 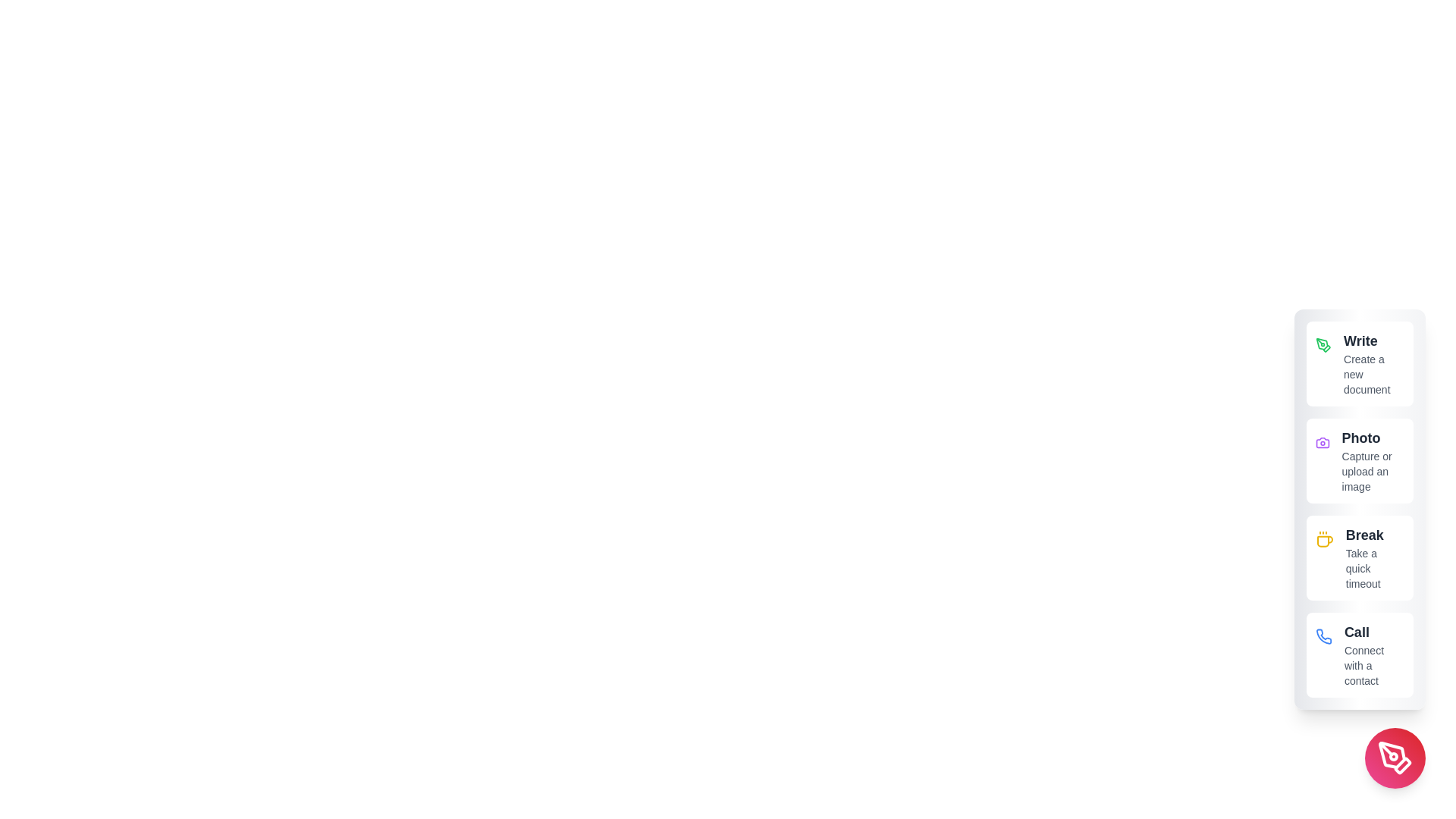 I want to click on the 'Photo' option to capture or upload an image, so click(x=1360, y=460).